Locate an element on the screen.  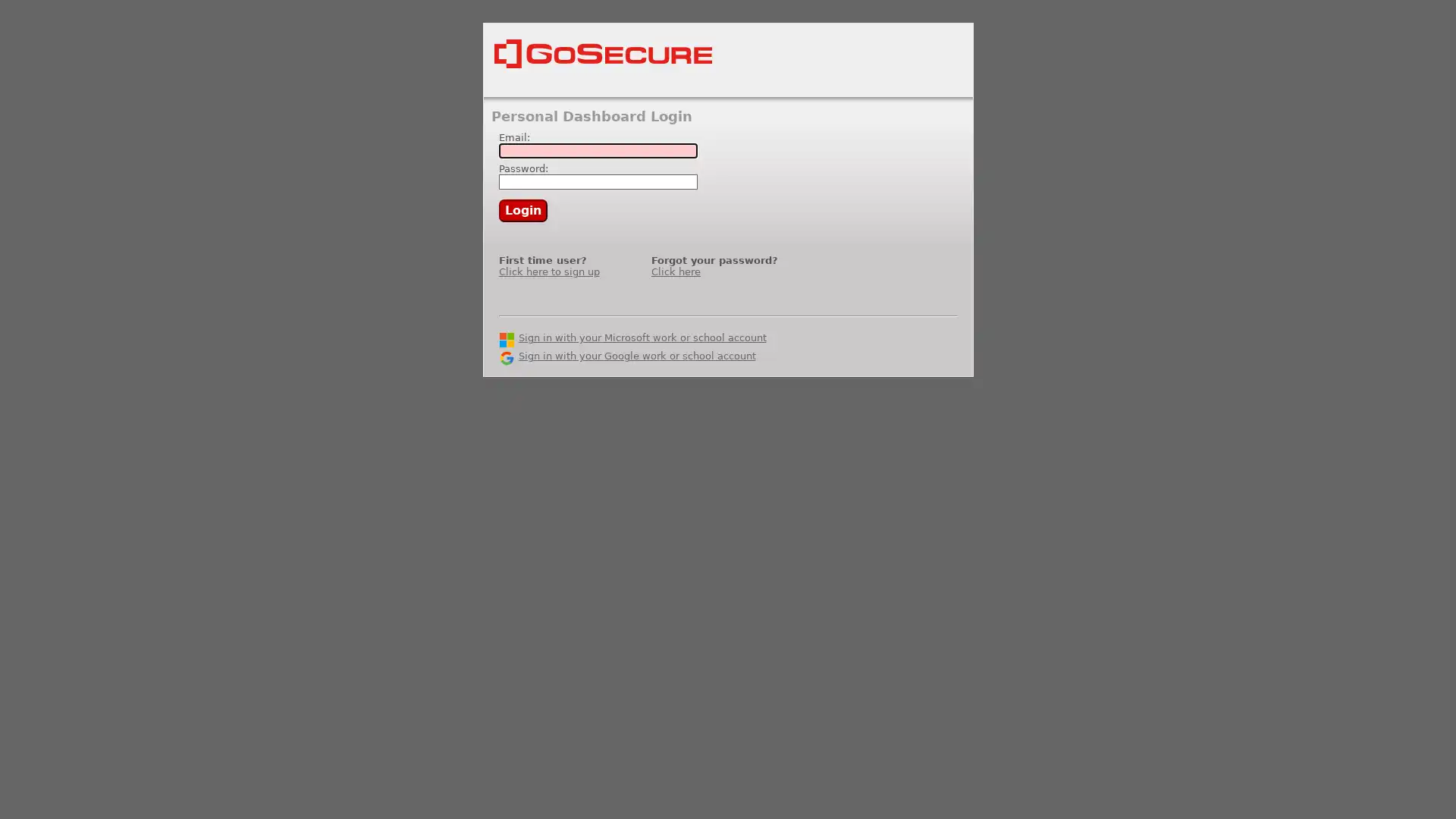
Login is located at coordinates (522, 210).